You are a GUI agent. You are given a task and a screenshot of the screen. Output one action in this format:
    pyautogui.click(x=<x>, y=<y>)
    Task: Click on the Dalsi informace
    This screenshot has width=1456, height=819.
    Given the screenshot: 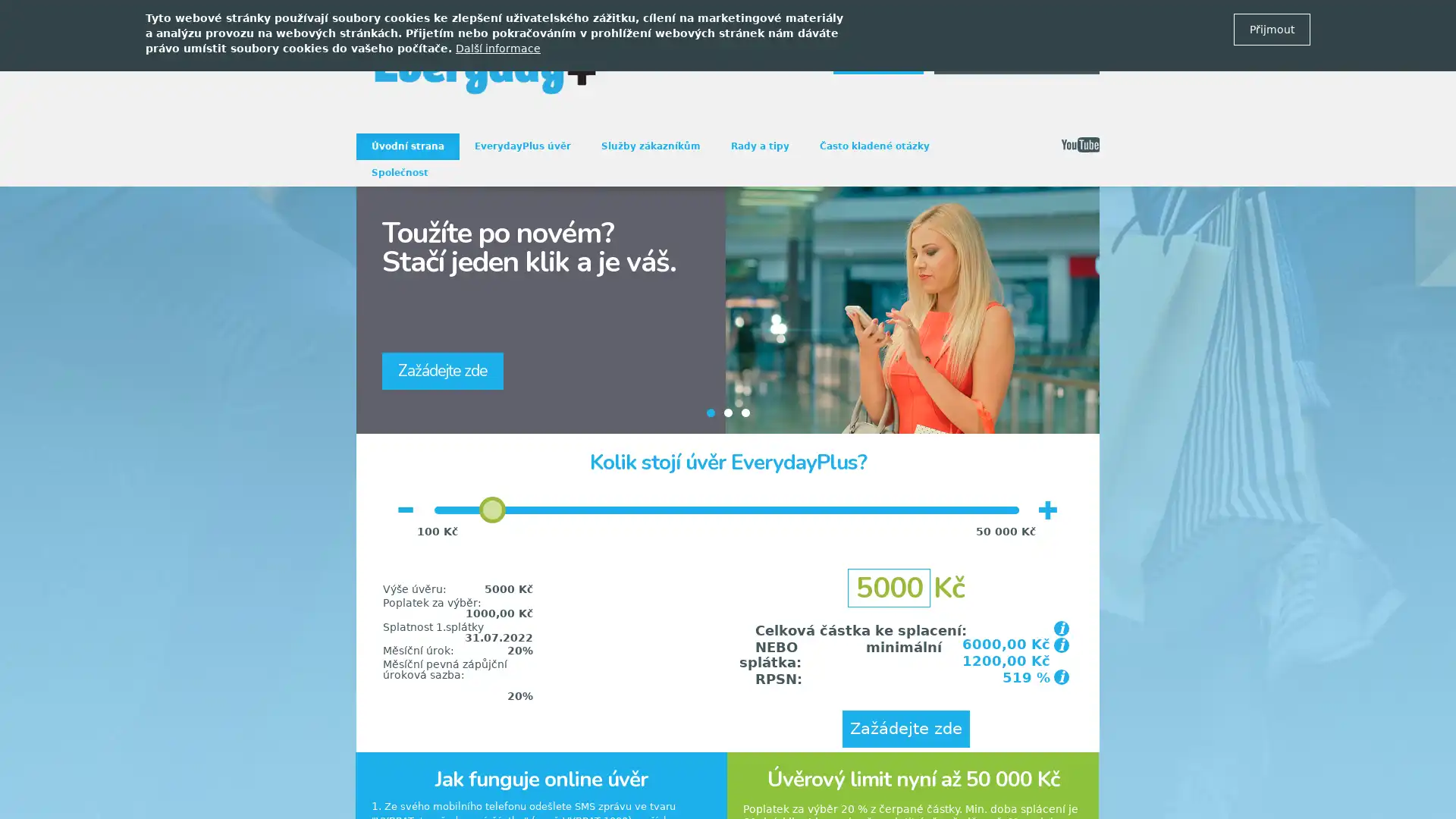 What is the action you would take?
    pyautogui.click(x=498, y=48)
    